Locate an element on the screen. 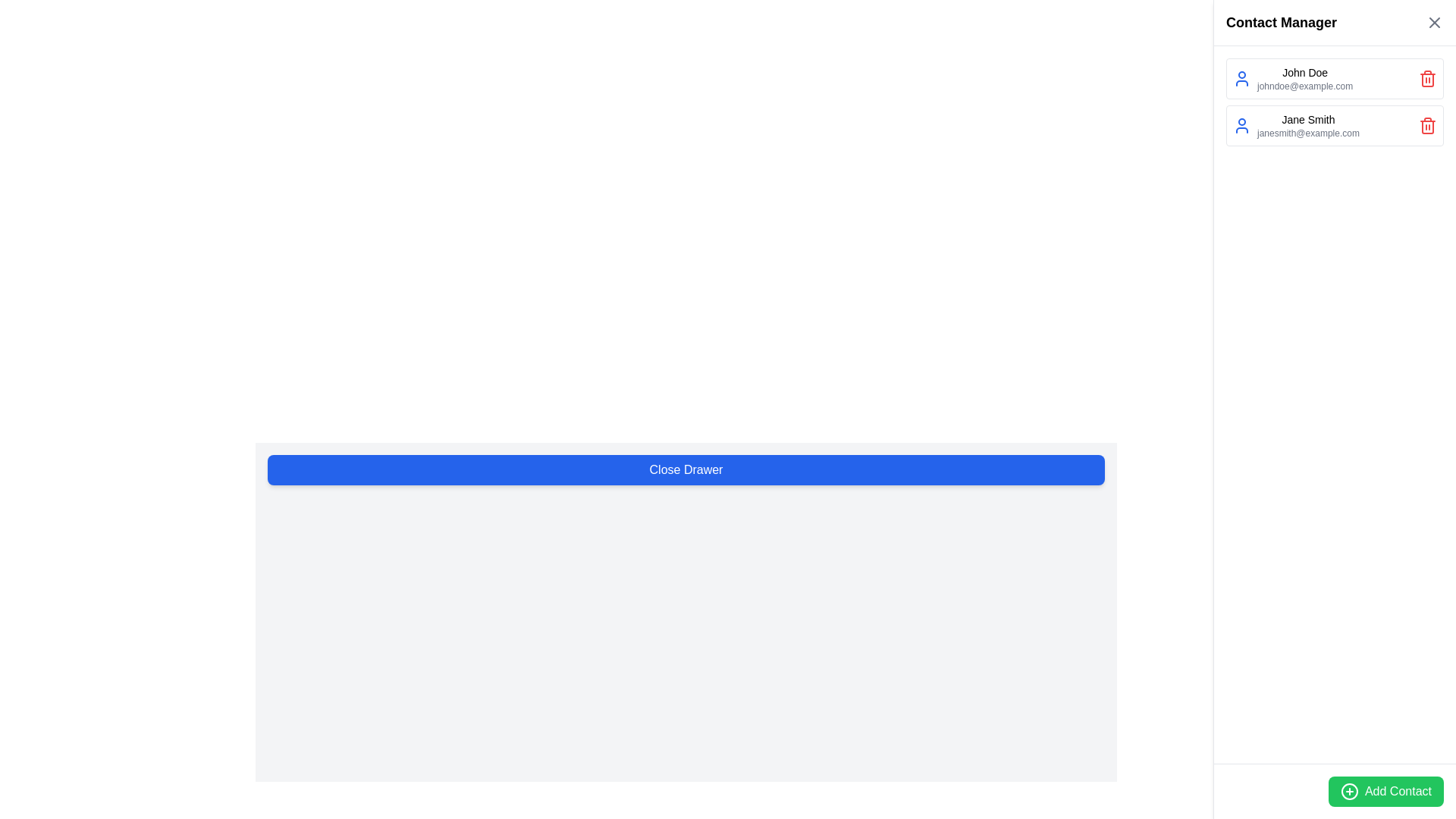 The width and height of the screenshot is (1456, 819). the 'Contact Manager' text heading, which is a bold and large font header located at the top section of a right-aligned panel is located at coordinates (1280, 23).